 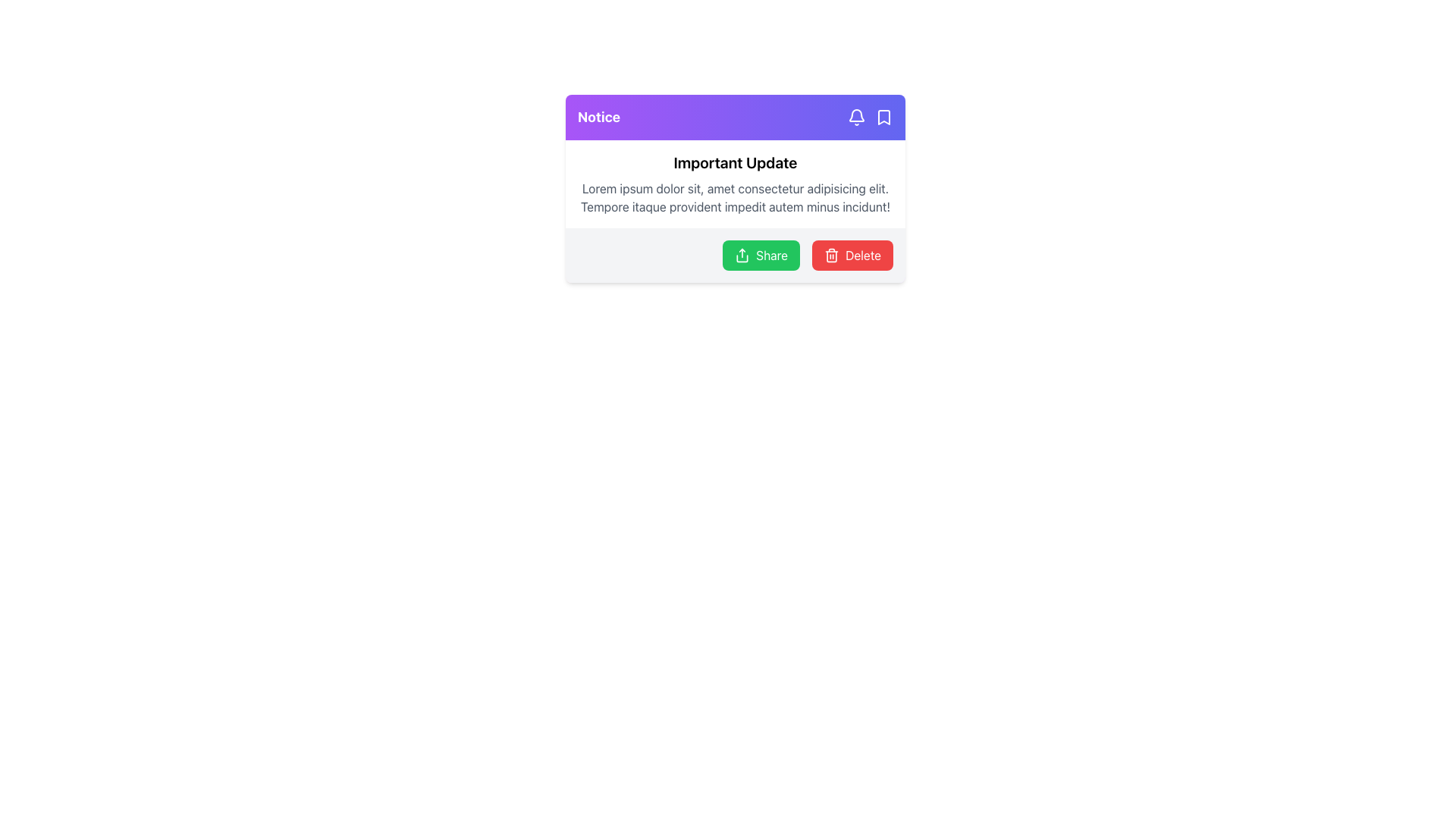 What do you see at coordinates (856, 116) in the screenshot?
I see `the bell-shaped notification icon with a vivid purple background, located in the top right corner of the card titled 'Notice'` at bounding box center [856, 116].